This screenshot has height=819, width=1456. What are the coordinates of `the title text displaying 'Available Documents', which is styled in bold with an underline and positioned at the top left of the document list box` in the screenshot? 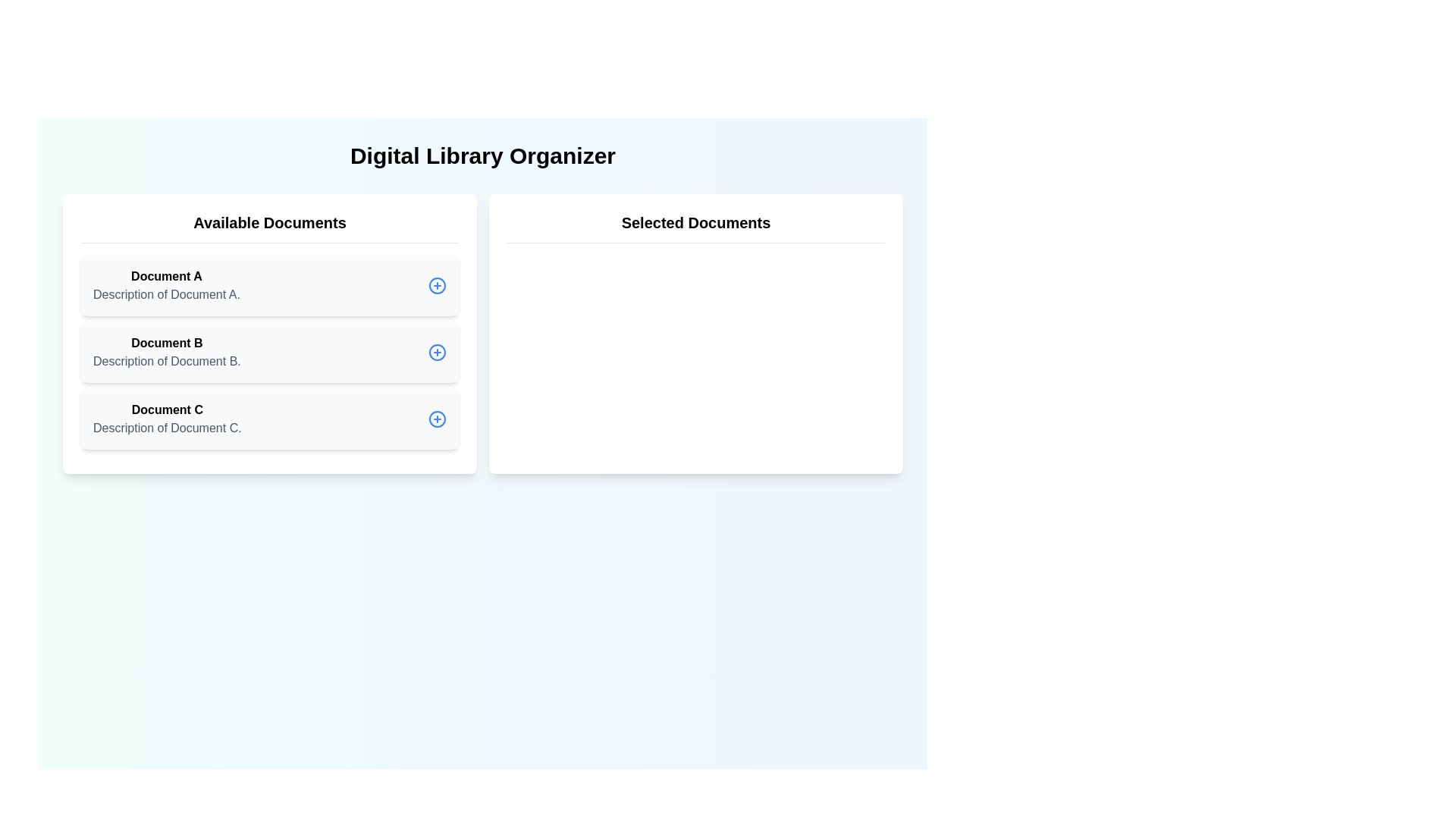 It's located at (269, 227).